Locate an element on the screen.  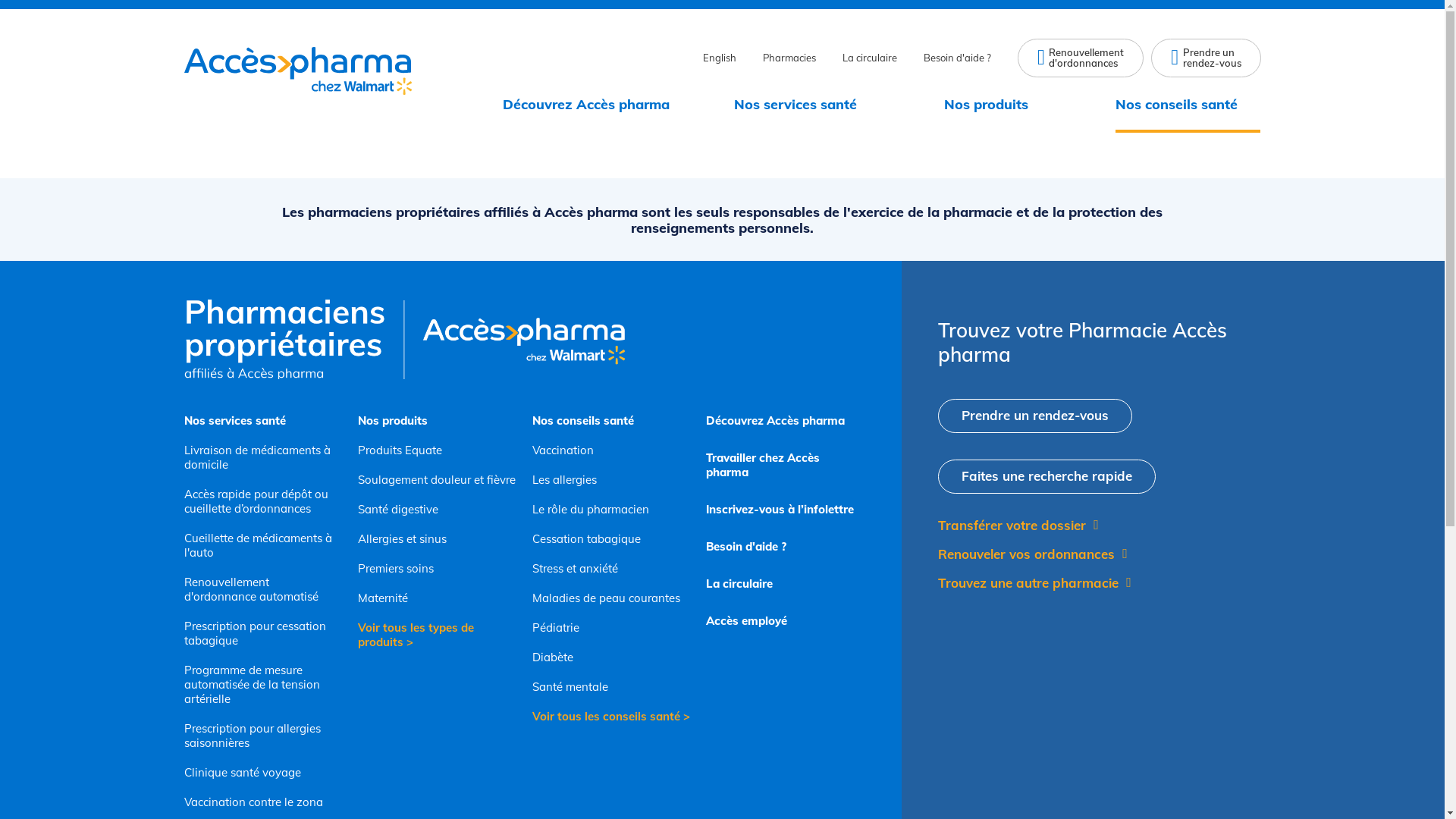
'Renouvellement is located at coordinates (1080, 57).